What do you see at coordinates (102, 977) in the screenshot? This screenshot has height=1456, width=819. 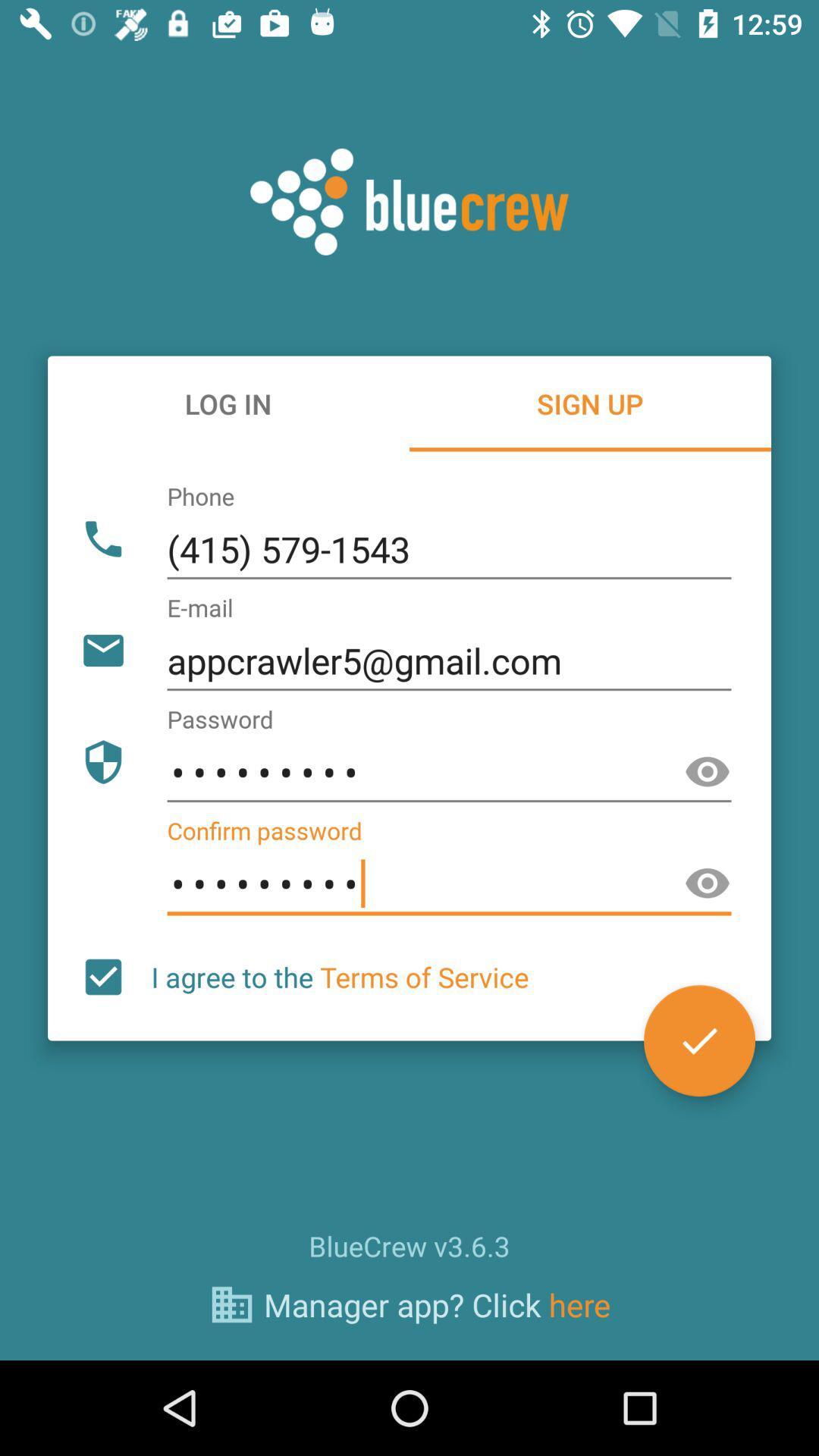 I see `item above bluecrew v3 6 item` at bounding box center [102, 977].